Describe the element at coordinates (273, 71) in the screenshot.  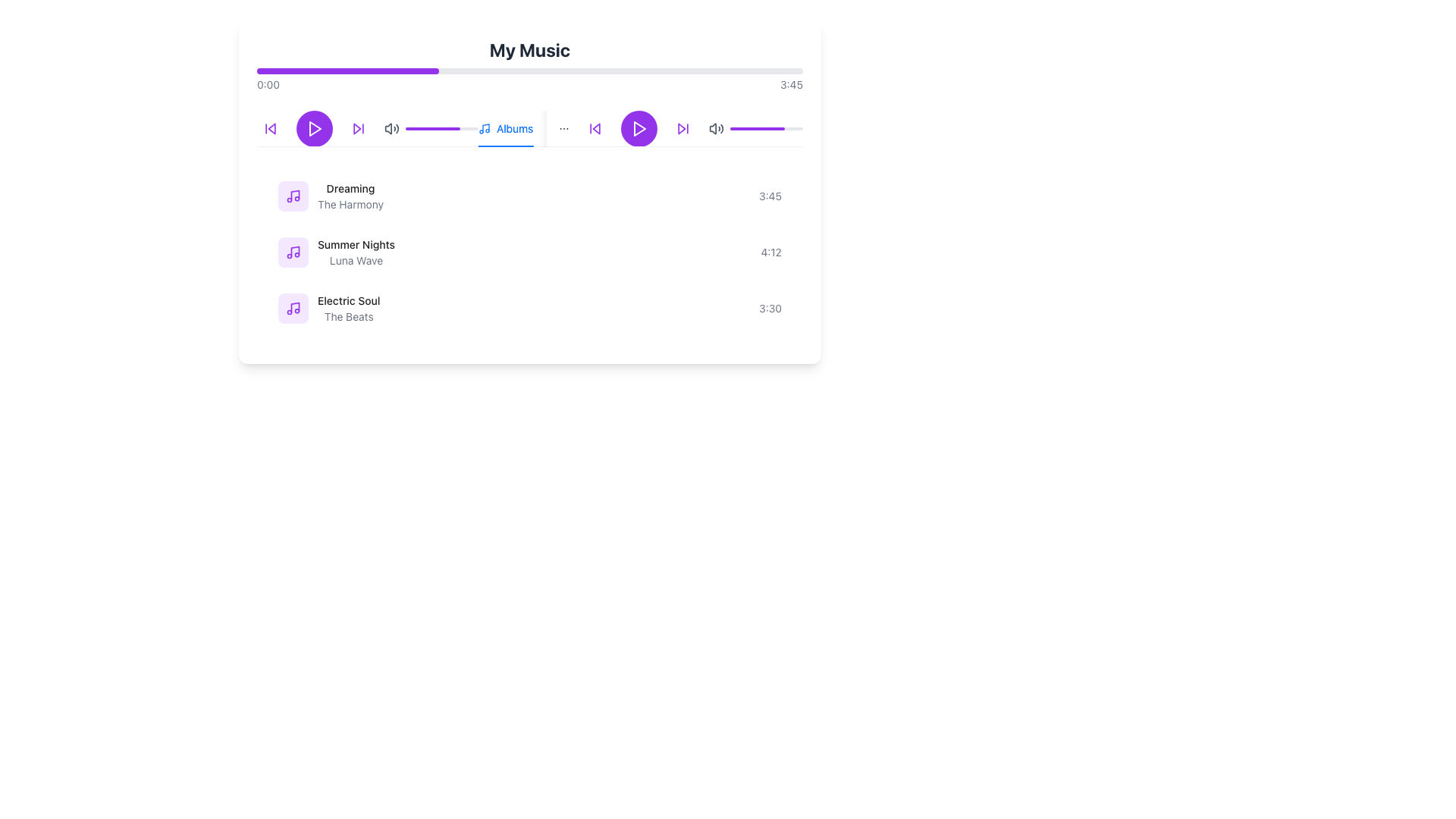
I see `the media progress` at that location.